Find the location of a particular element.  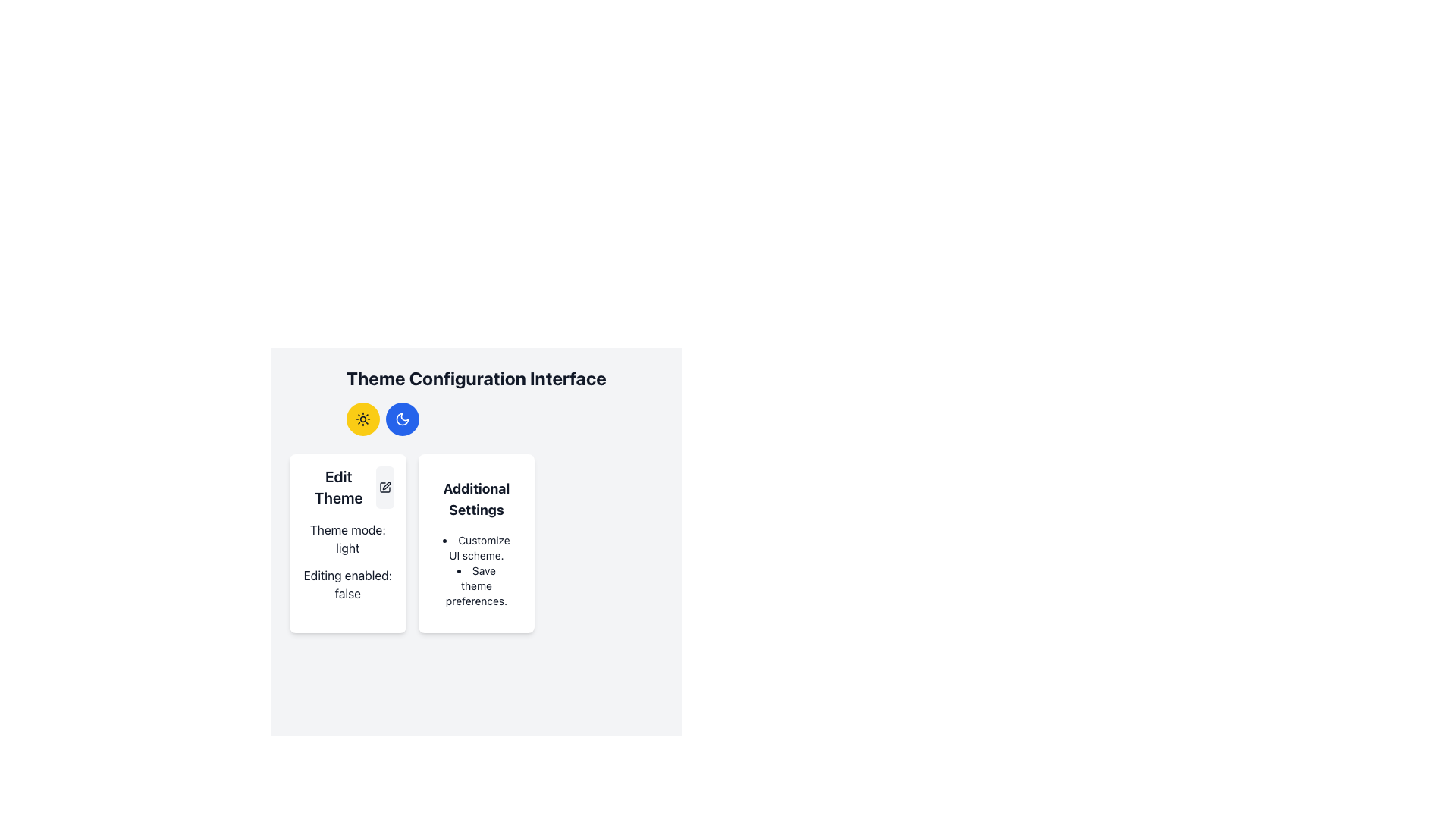

the circular blue button with a white 'moon' icon in the Theme Configuration Interface is located at coordinates (403, 419).